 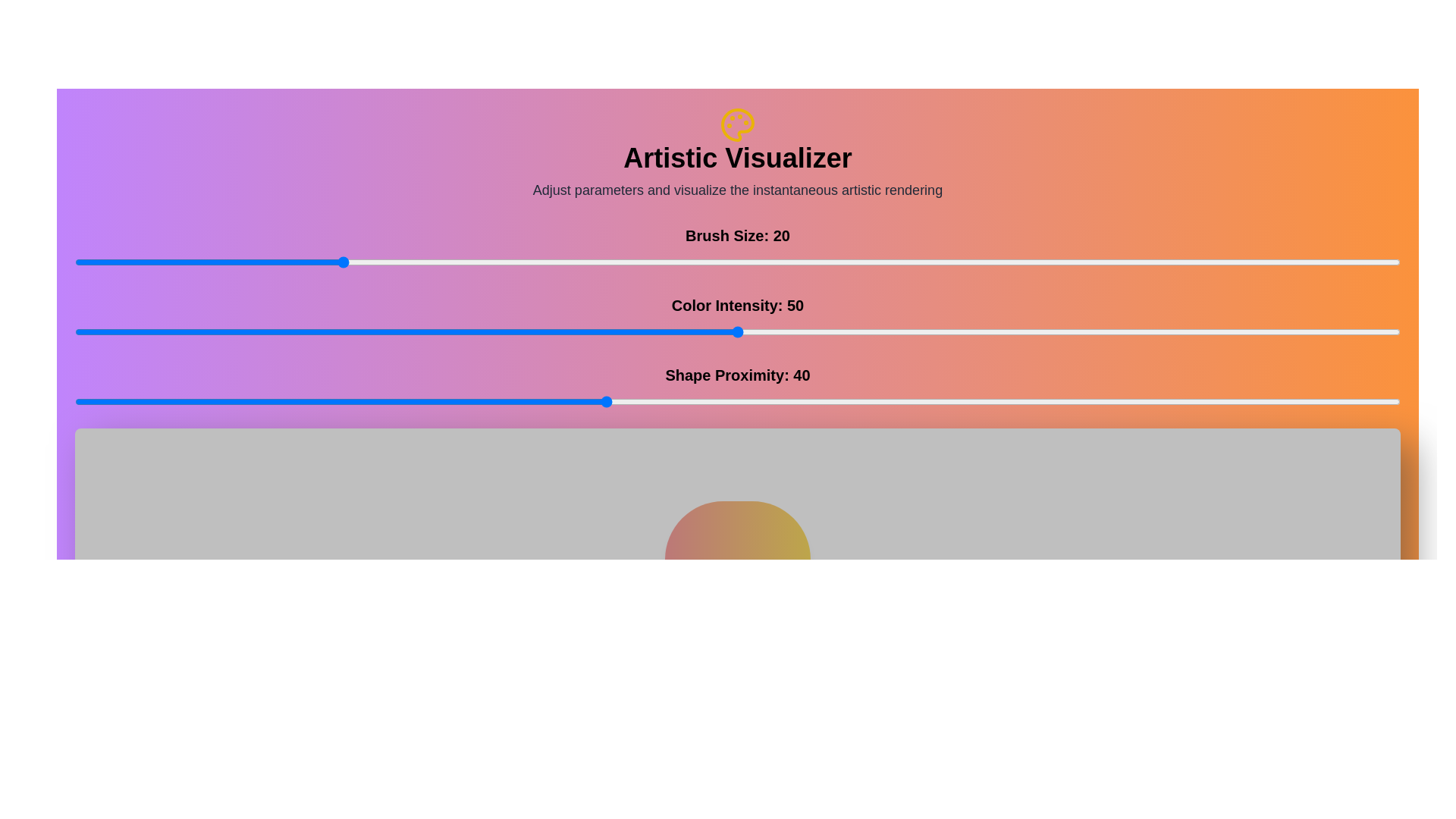 What do you see at coordinates (220, 331) in the screenshot?
I see `the 'Color Intensity' slider to 11 value` at bounding box center [220, 331].